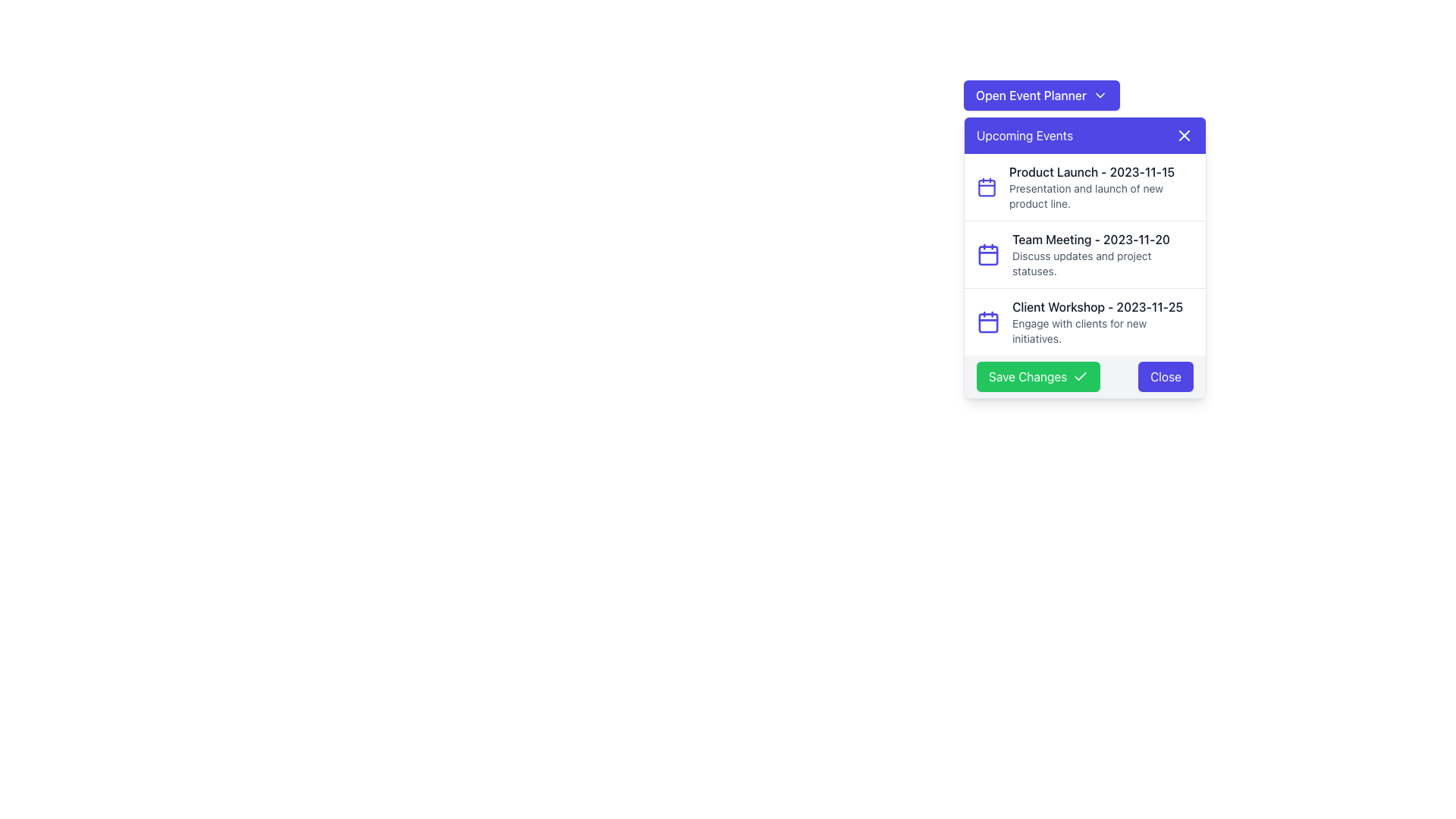  What do you see at coordinates (987, 187) in the screenshot?
I see `the rectangular background element of the calendar icon that serves as the main area, if it is interactive` at bounding box center [987, 187].